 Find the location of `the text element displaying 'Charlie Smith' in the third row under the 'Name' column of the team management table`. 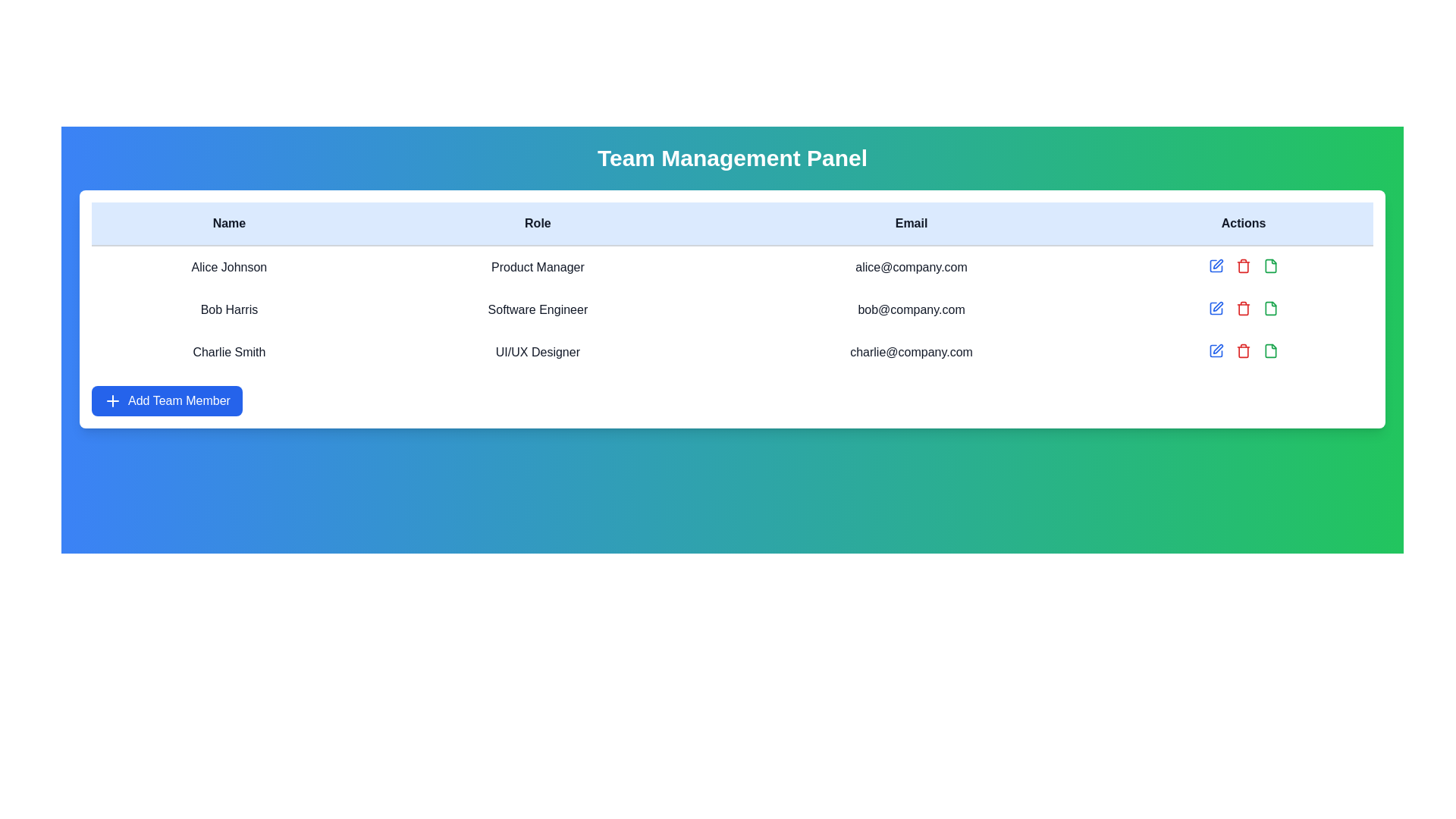

the text element displaying 'Charlie Smith' in the third row under the 'Name' column of the team management table is located at coordinates (228, 353).